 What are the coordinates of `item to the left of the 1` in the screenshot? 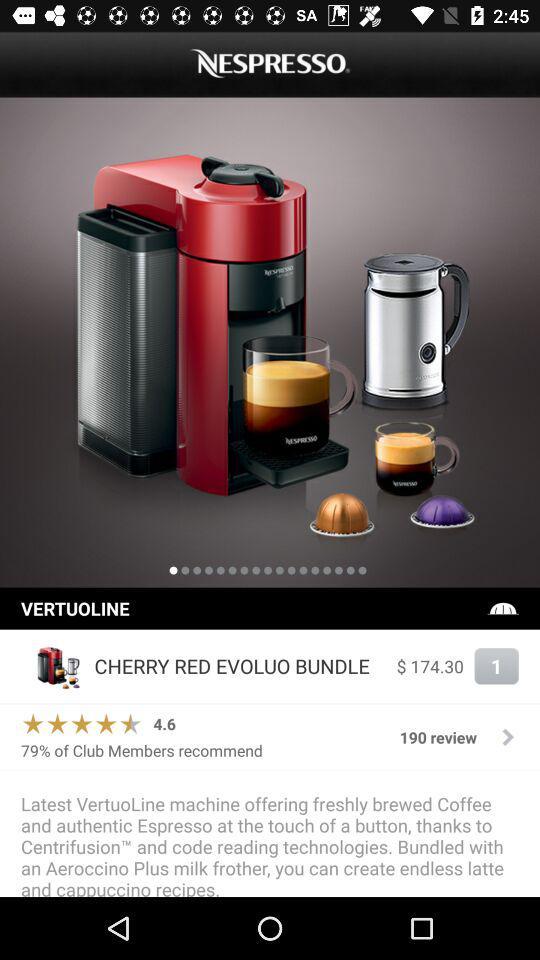 It's located at (429, 666).